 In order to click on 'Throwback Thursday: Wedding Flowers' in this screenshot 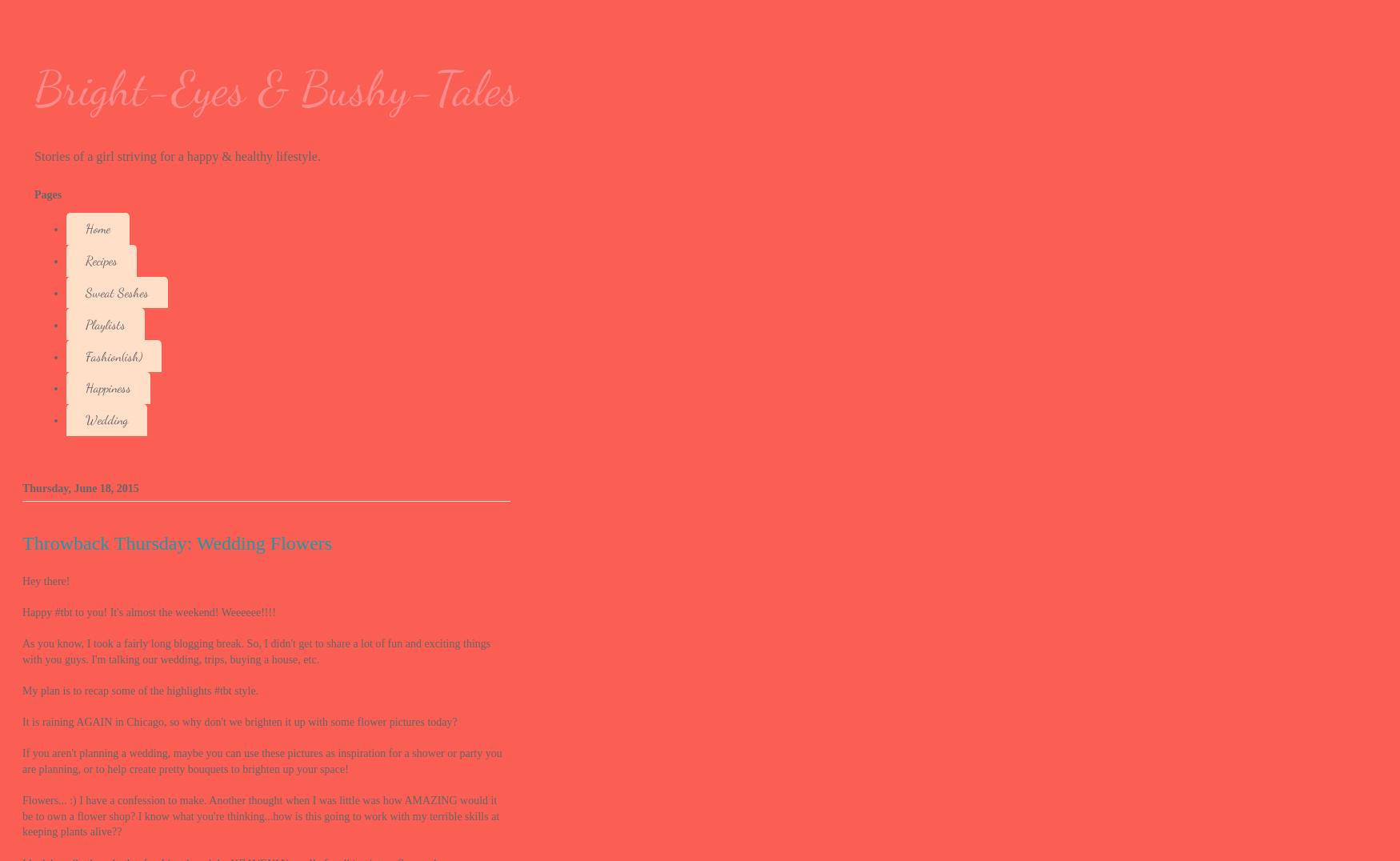, I will do `click(177, 542)`.